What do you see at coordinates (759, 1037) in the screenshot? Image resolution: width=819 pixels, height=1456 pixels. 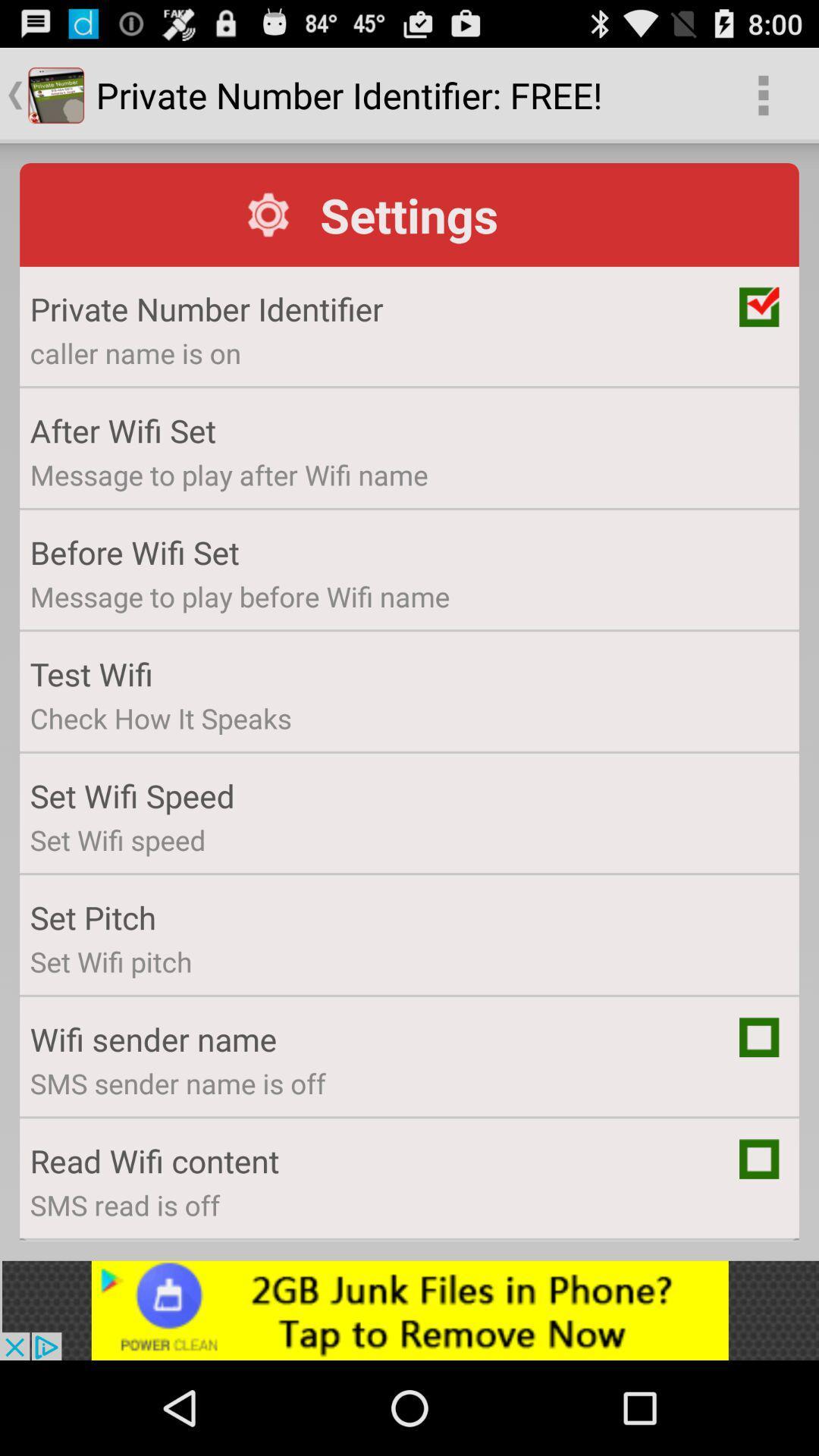 I see `mark item` at bounding box center [759, 1037].